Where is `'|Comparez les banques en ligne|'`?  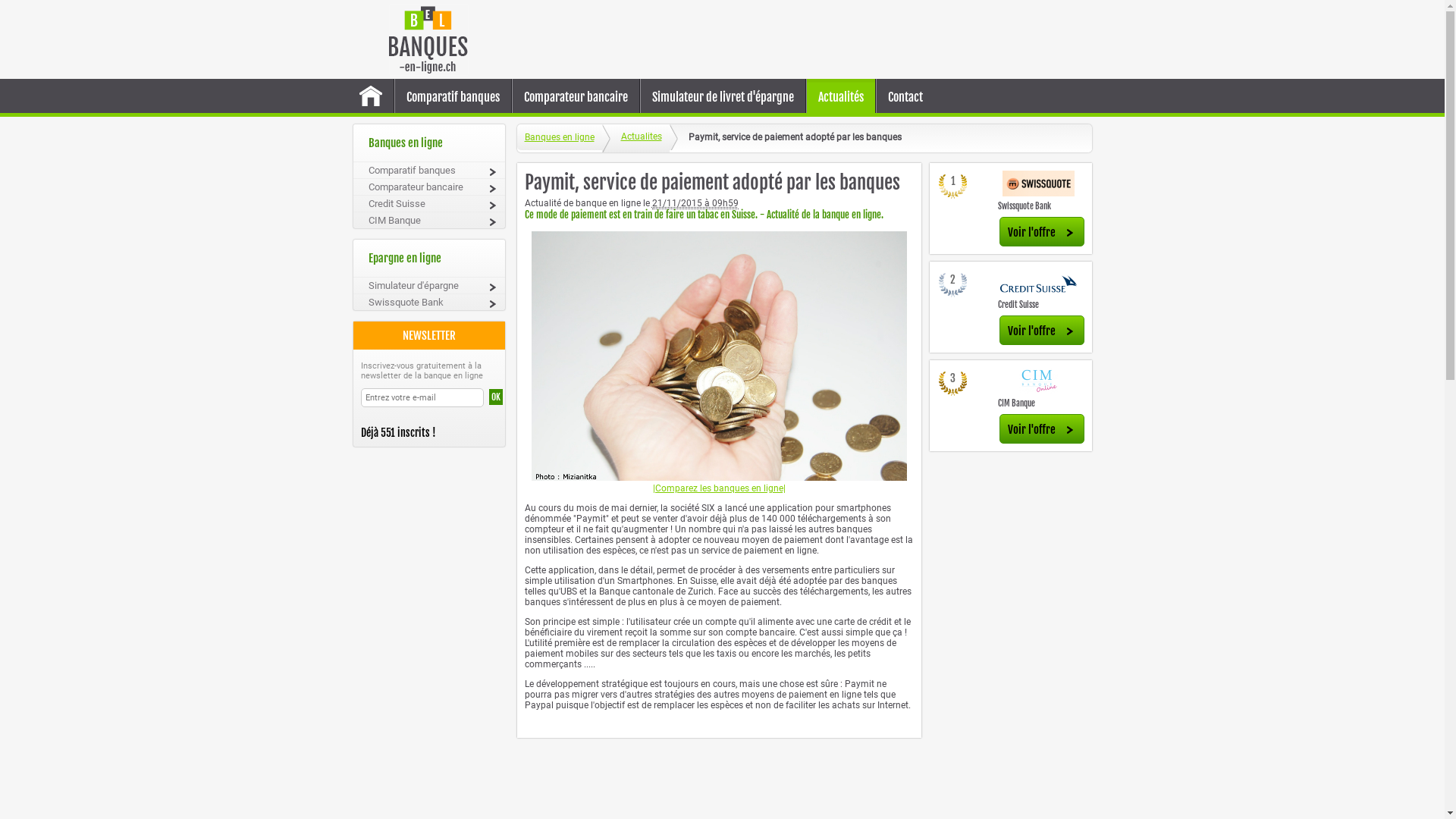
'|Comparez les banques en ligne|' is located at coordinates (717, 488).